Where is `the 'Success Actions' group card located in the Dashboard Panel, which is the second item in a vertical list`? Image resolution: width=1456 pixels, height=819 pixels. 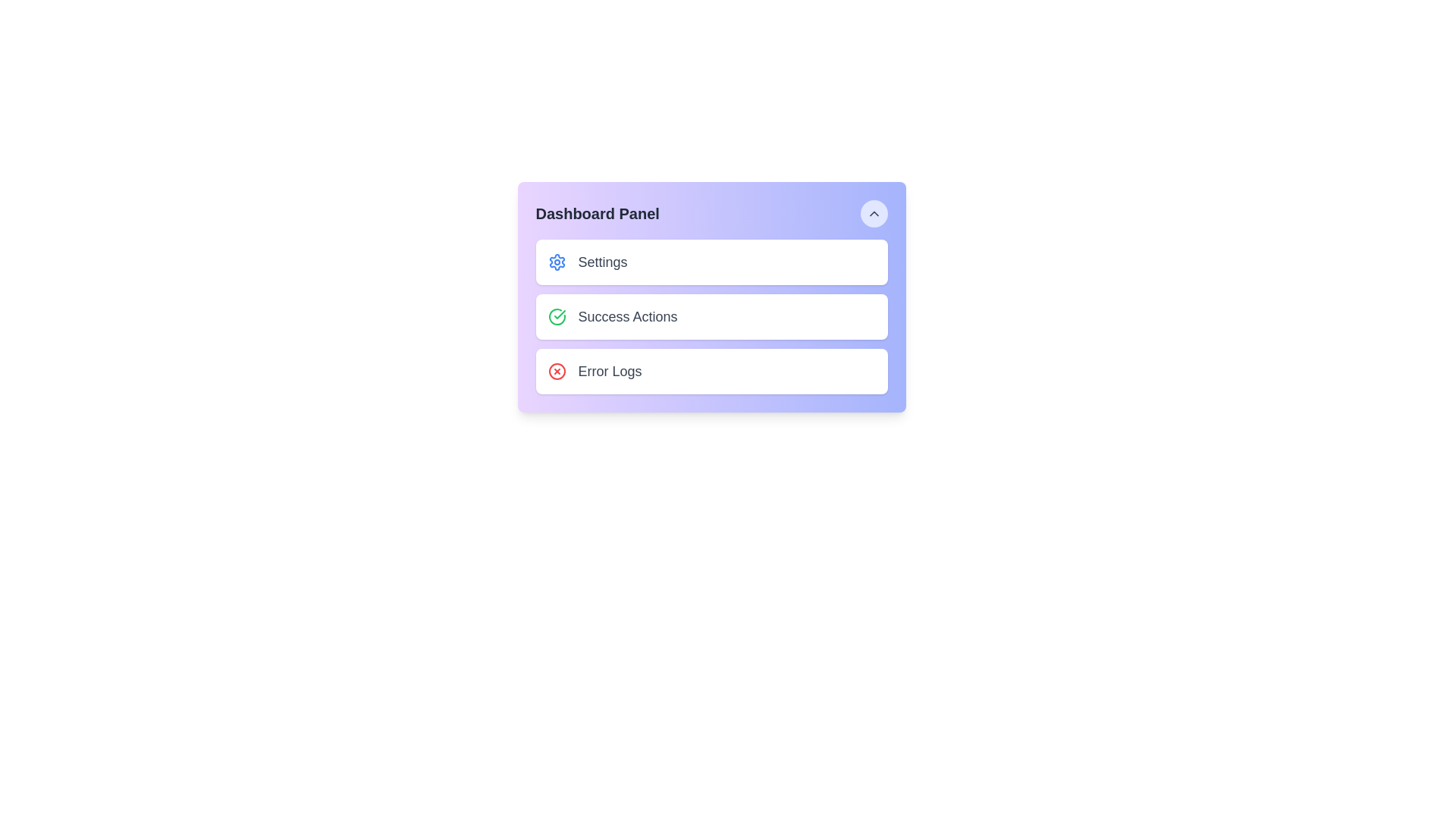
the 'Success Actions' group card located in the Dashboard Panel, which is the second item in a vertical list is located at coordinates (711, 315).